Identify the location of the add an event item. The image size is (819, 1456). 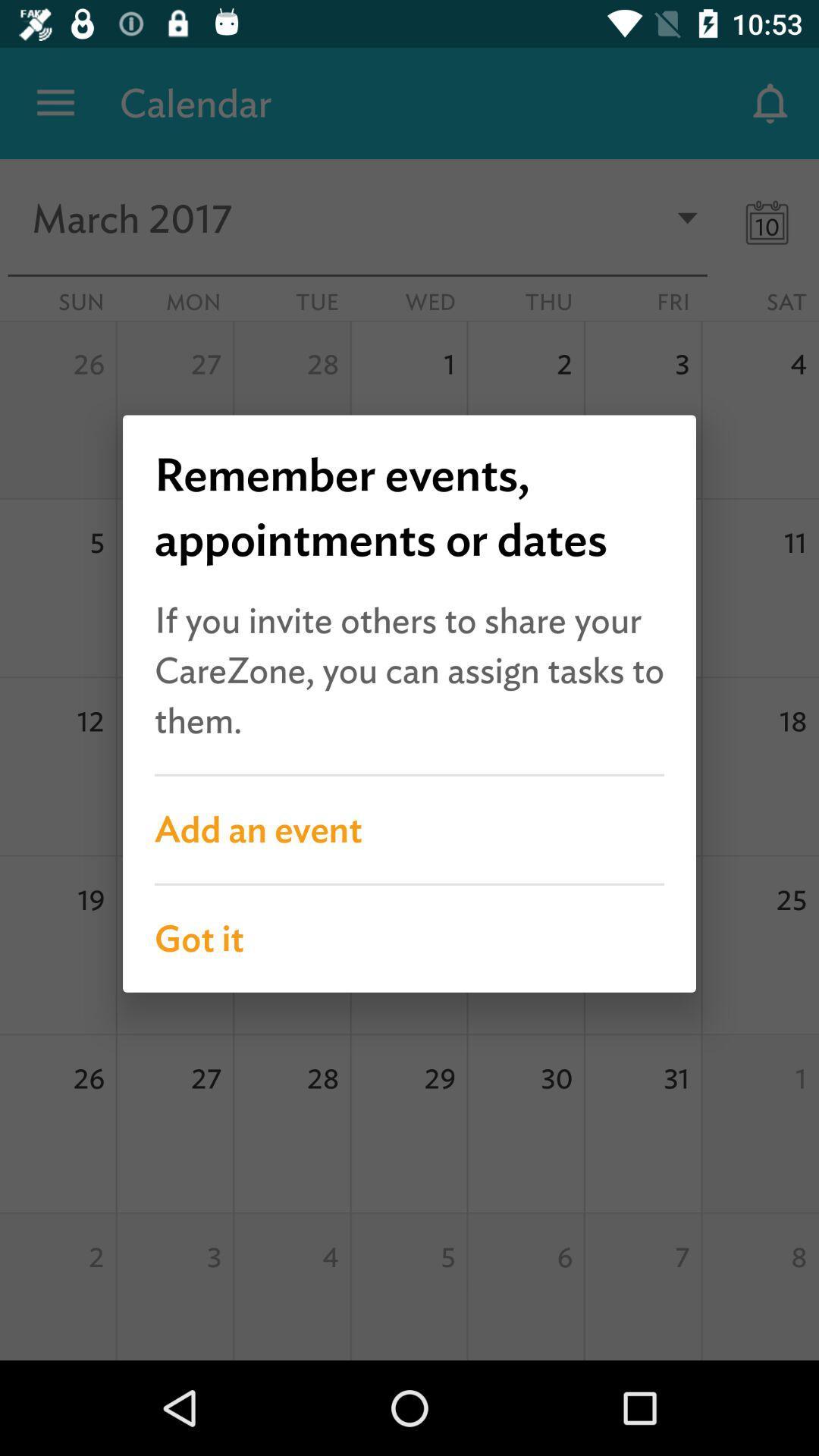
(409, 829).